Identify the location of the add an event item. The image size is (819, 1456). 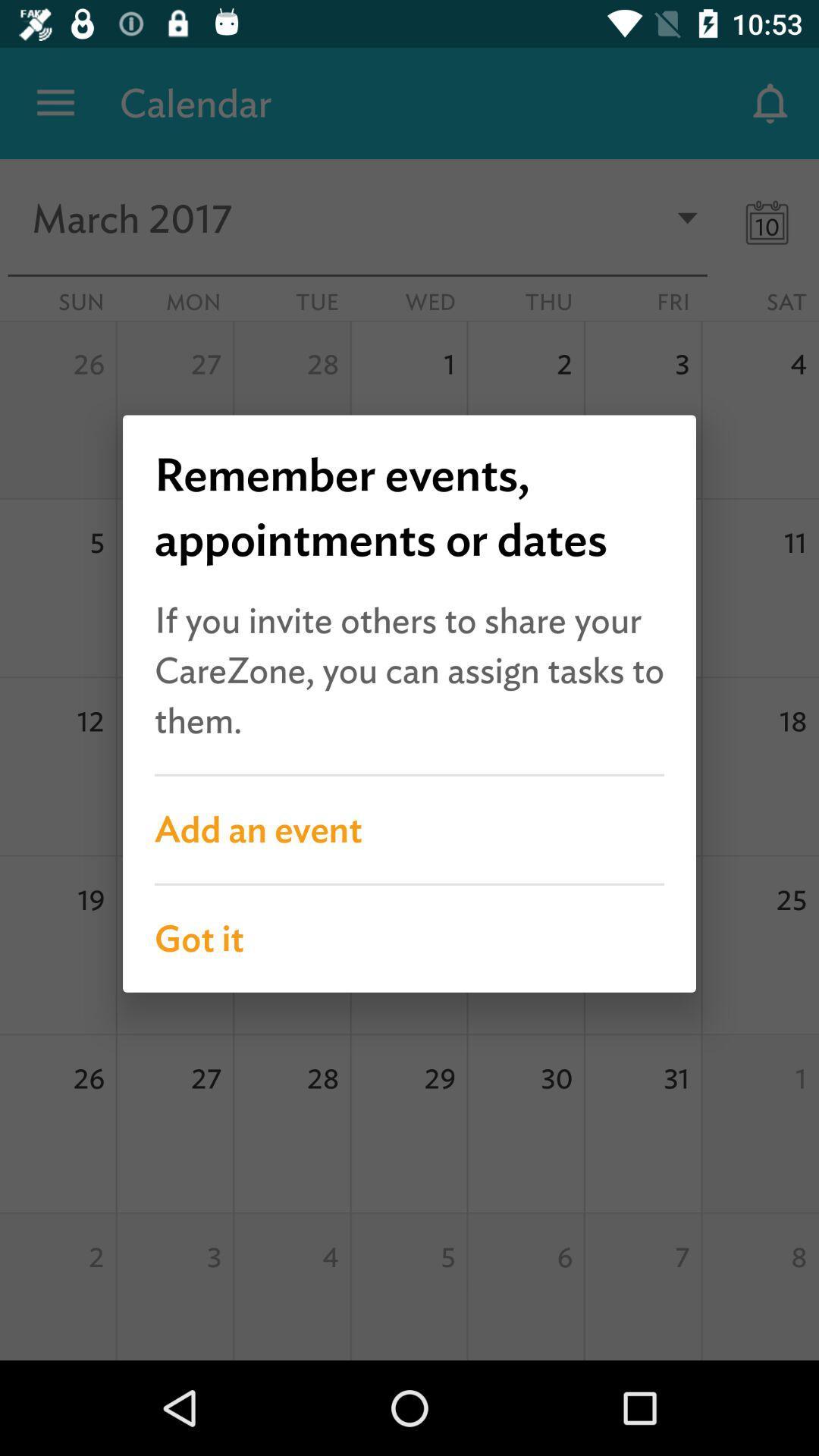
(409, 829).